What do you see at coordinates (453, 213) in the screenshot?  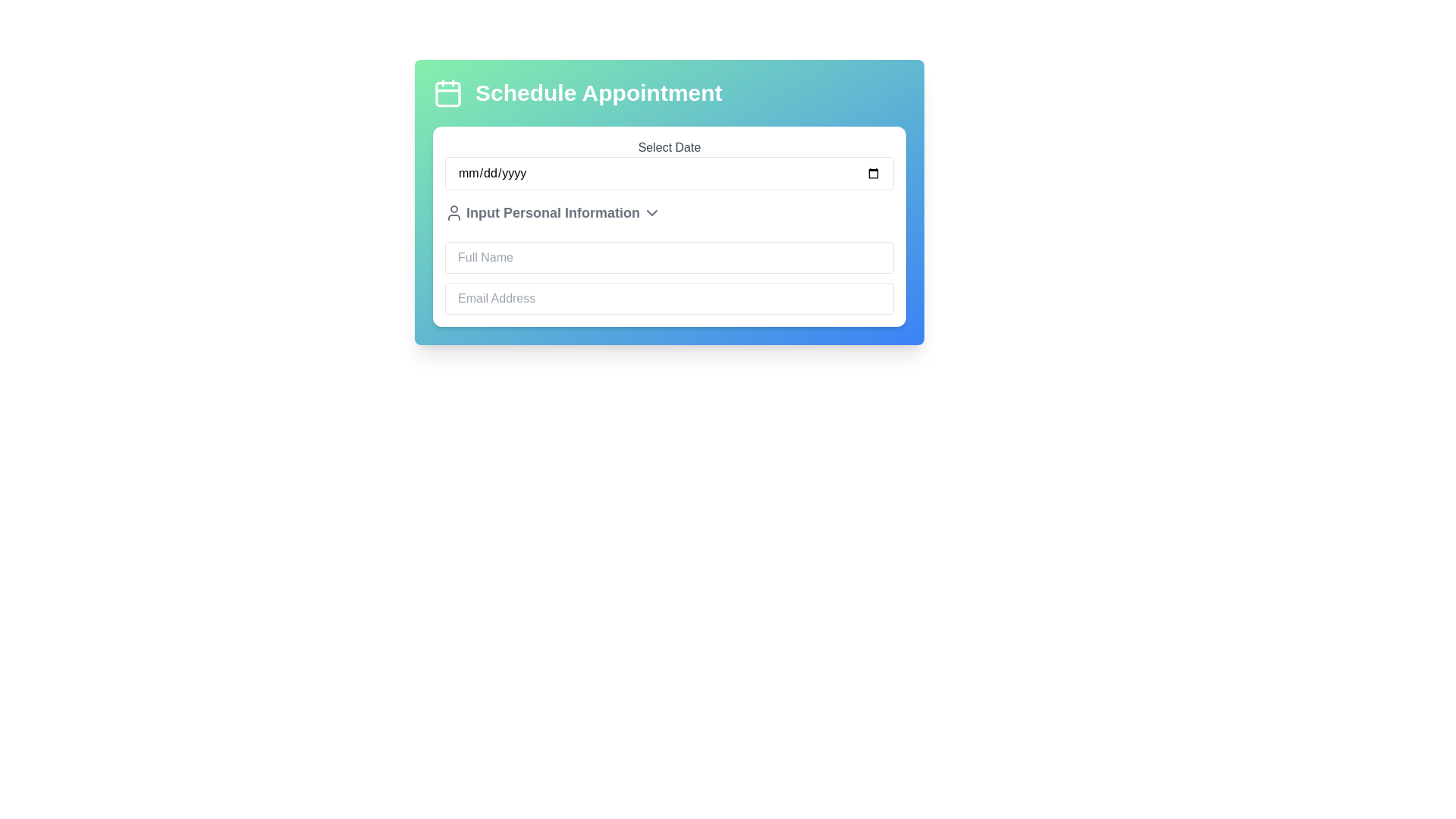 I see `the user-related actions icon located to the left of the 'Input Personal Information' text` at bounding box center [453, 213].